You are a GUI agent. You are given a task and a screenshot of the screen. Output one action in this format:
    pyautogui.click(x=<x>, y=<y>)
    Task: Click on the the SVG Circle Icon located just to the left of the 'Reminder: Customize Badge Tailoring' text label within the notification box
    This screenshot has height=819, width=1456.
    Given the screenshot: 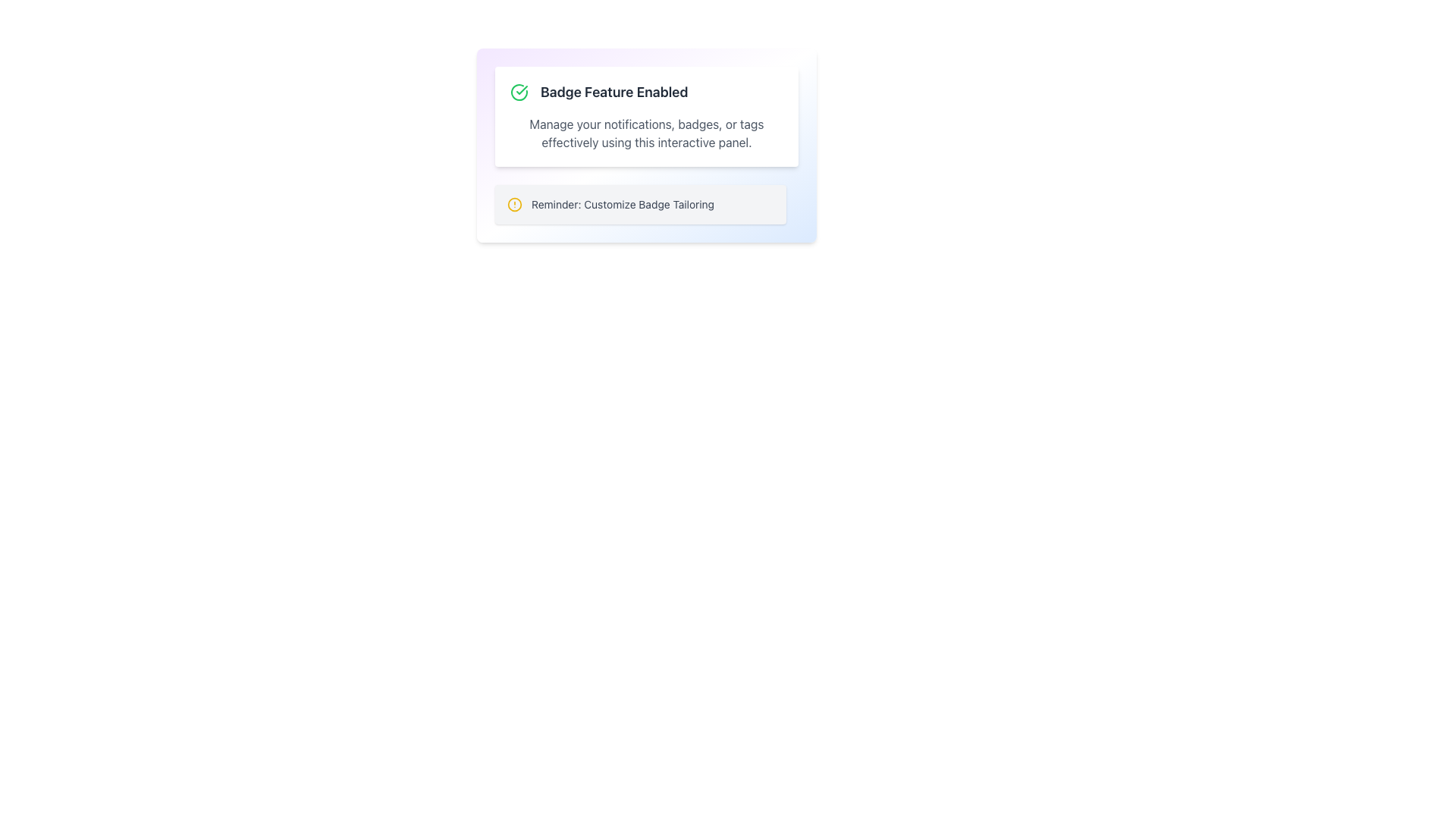 What is the action you would take?
    pyautogui.click(x=514, y=205)
    